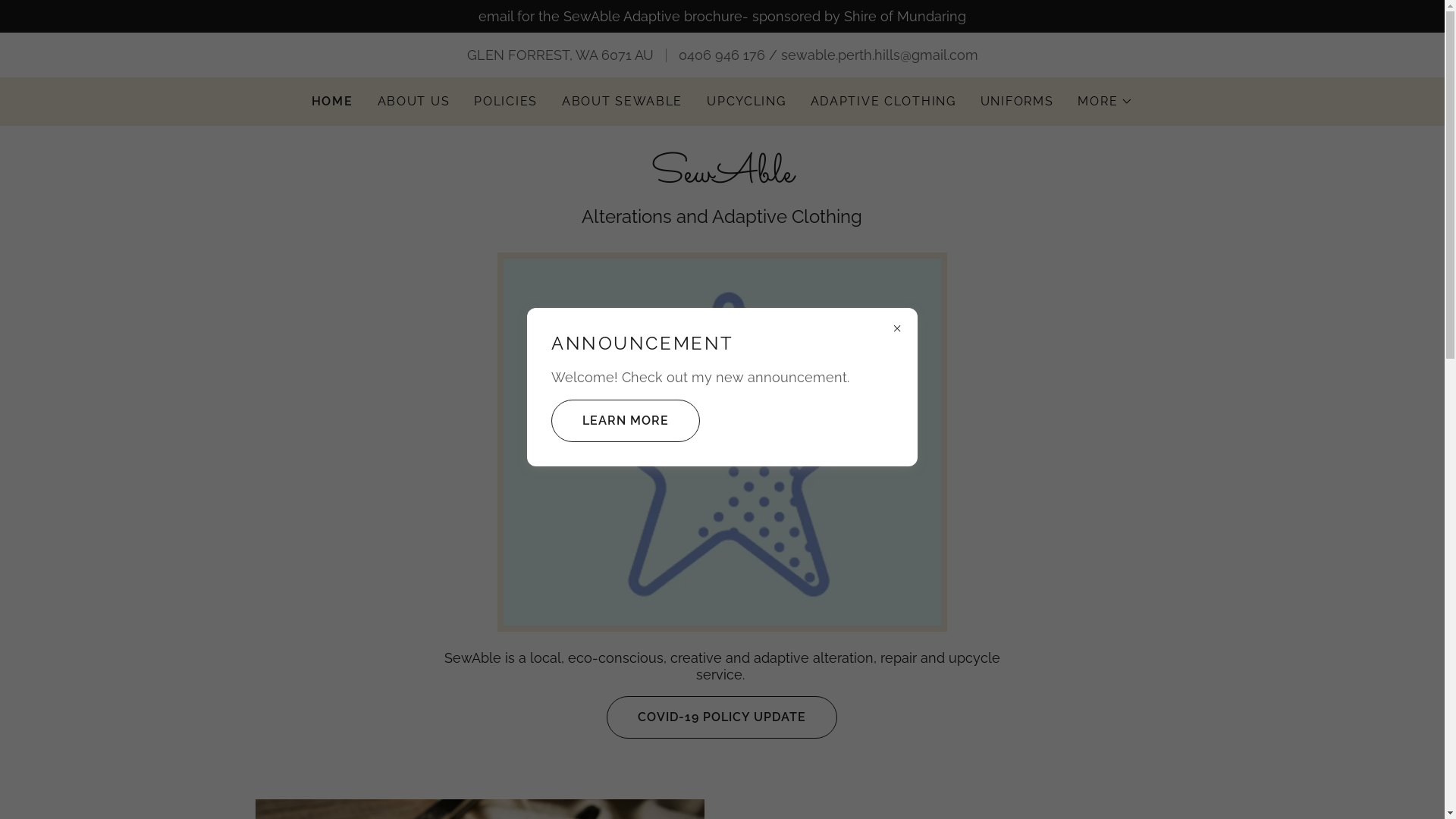  Describe the element at coordinates (745, 102) in the screenshot. I see `'UPCYCLING'` at that location.